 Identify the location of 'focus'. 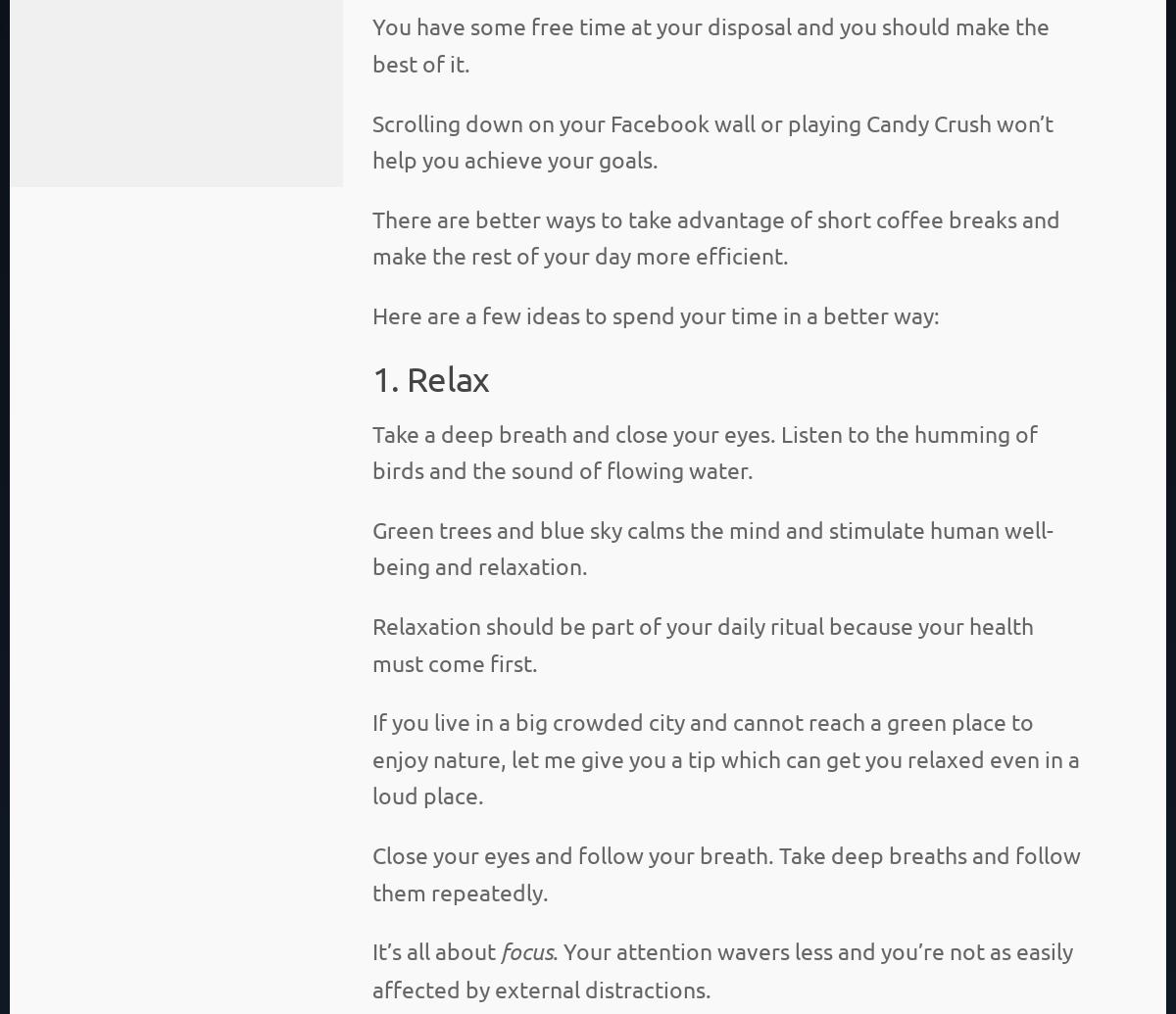
(525, 950).